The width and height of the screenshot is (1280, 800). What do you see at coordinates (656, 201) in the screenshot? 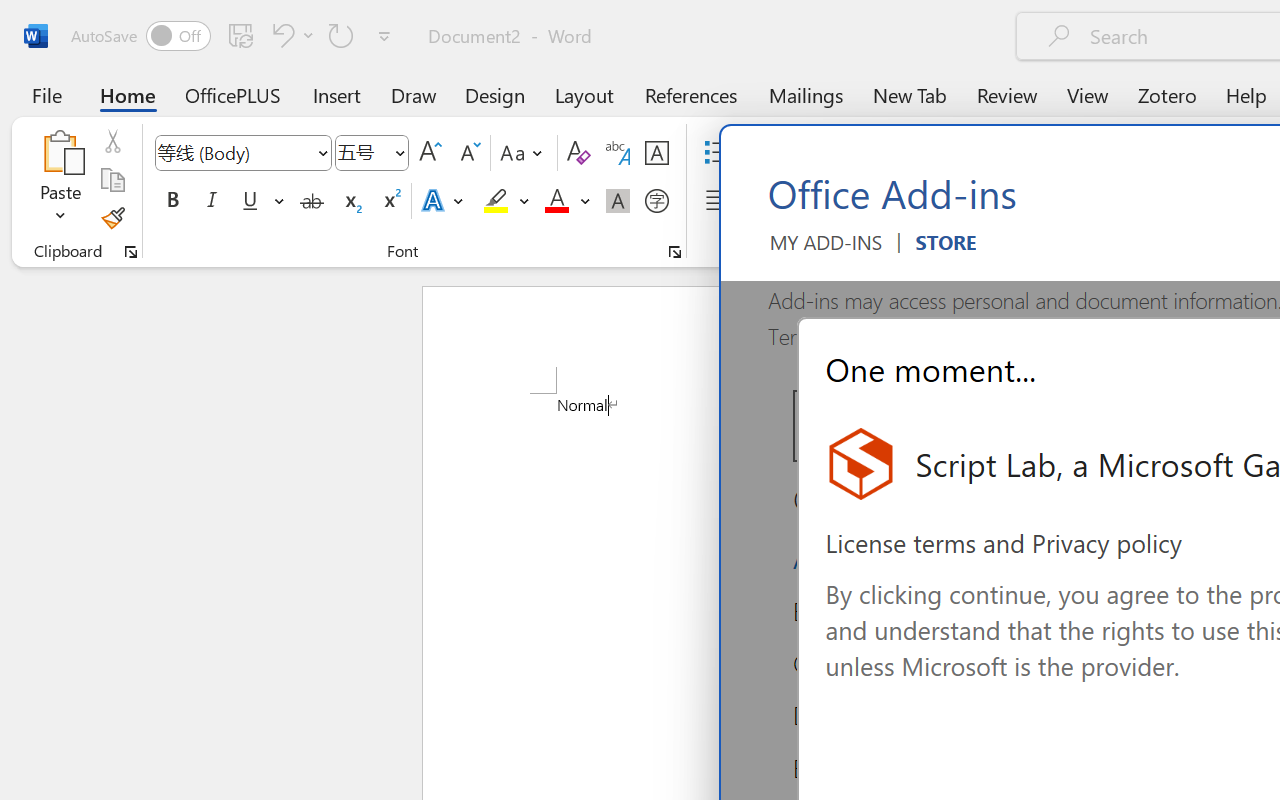
I see `'Enclose Characters...'` at bounding box center [656, 201].